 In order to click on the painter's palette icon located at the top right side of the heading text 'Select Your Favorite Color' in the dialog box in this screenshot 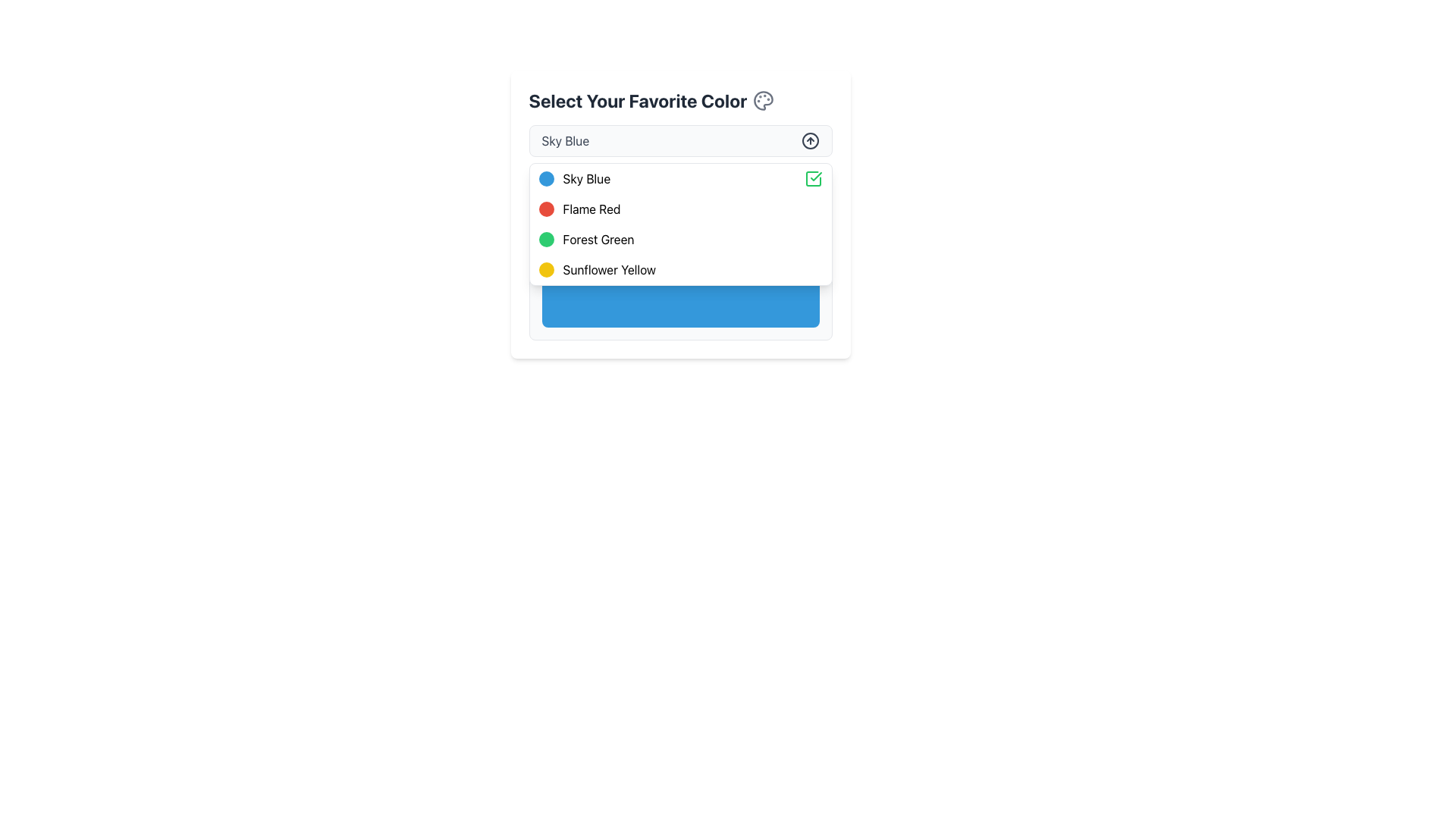, I will do `click(764, 100)`.